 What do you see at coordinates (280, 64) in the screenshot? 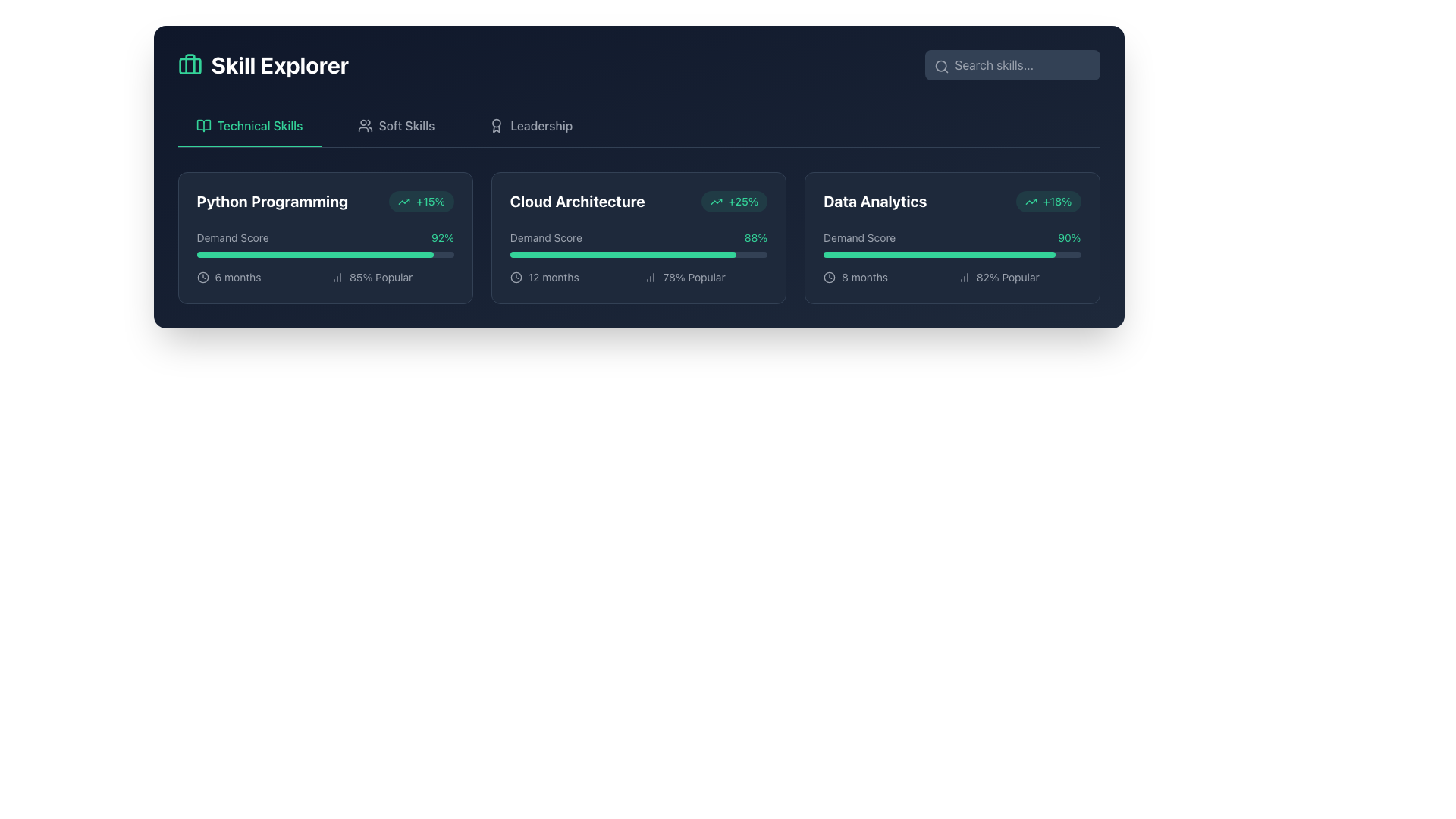
I see `the static text element labeled 'Skill Explorer', which serves as a title or heading in the upper left section of the interface, adjacent to the briefcase icon and above the 'Technical Skills' tab` at bounding box center [280, 64].